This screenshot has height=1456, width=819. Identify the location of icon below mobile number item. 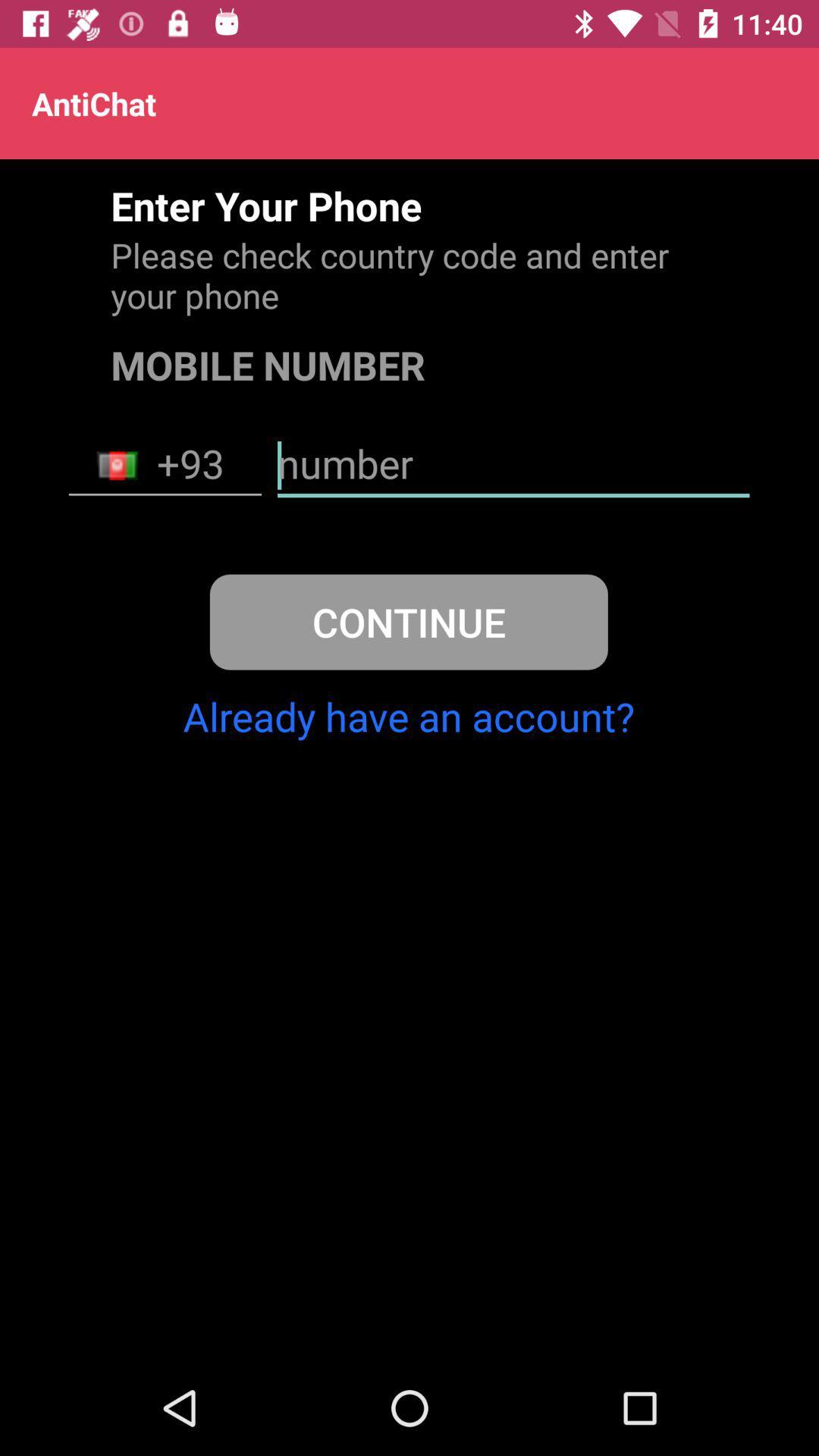
(165, 465).